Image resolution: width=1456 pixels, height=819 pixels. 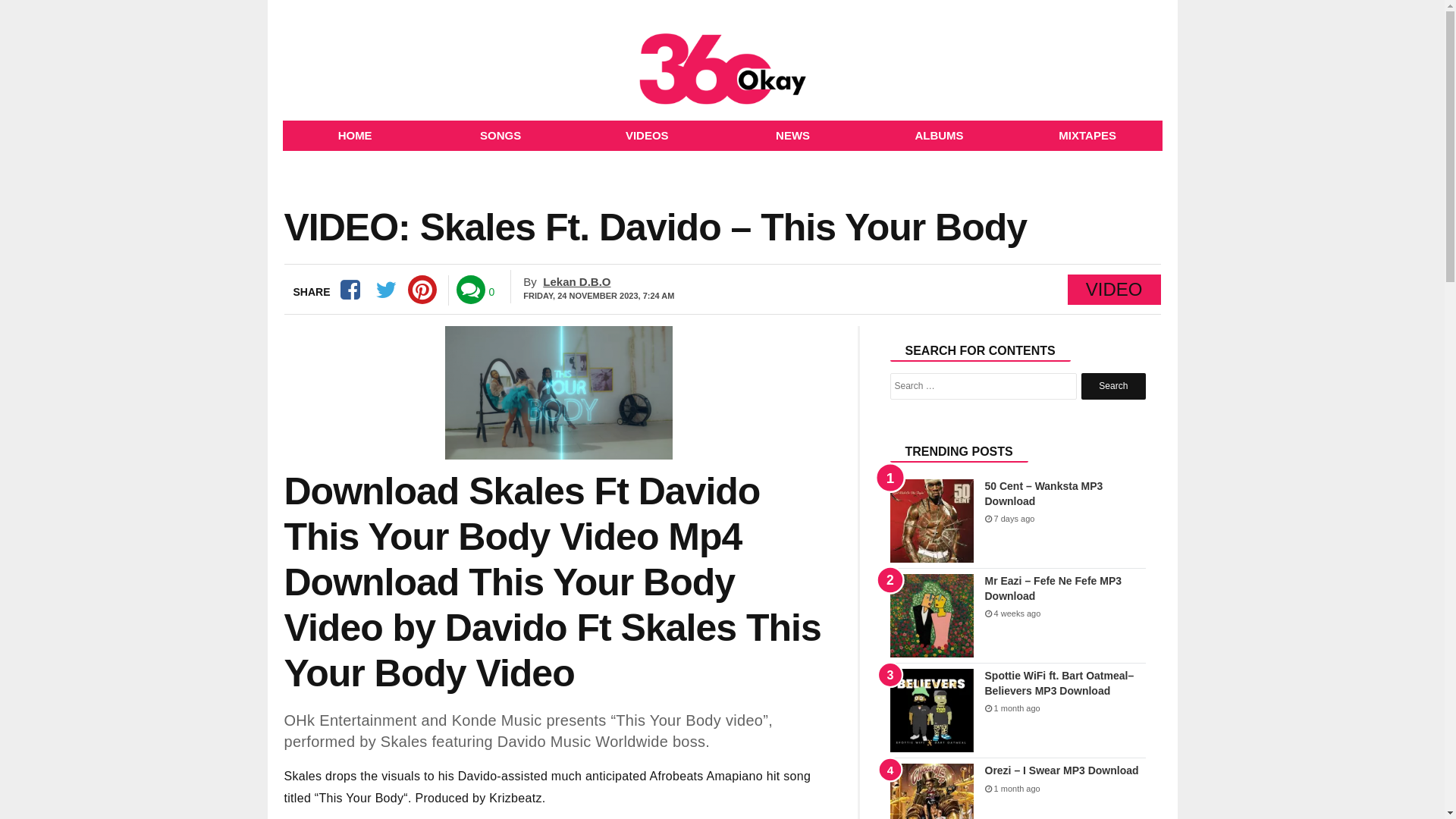 I want to click on 'Comments', so click(x=469, y=289).